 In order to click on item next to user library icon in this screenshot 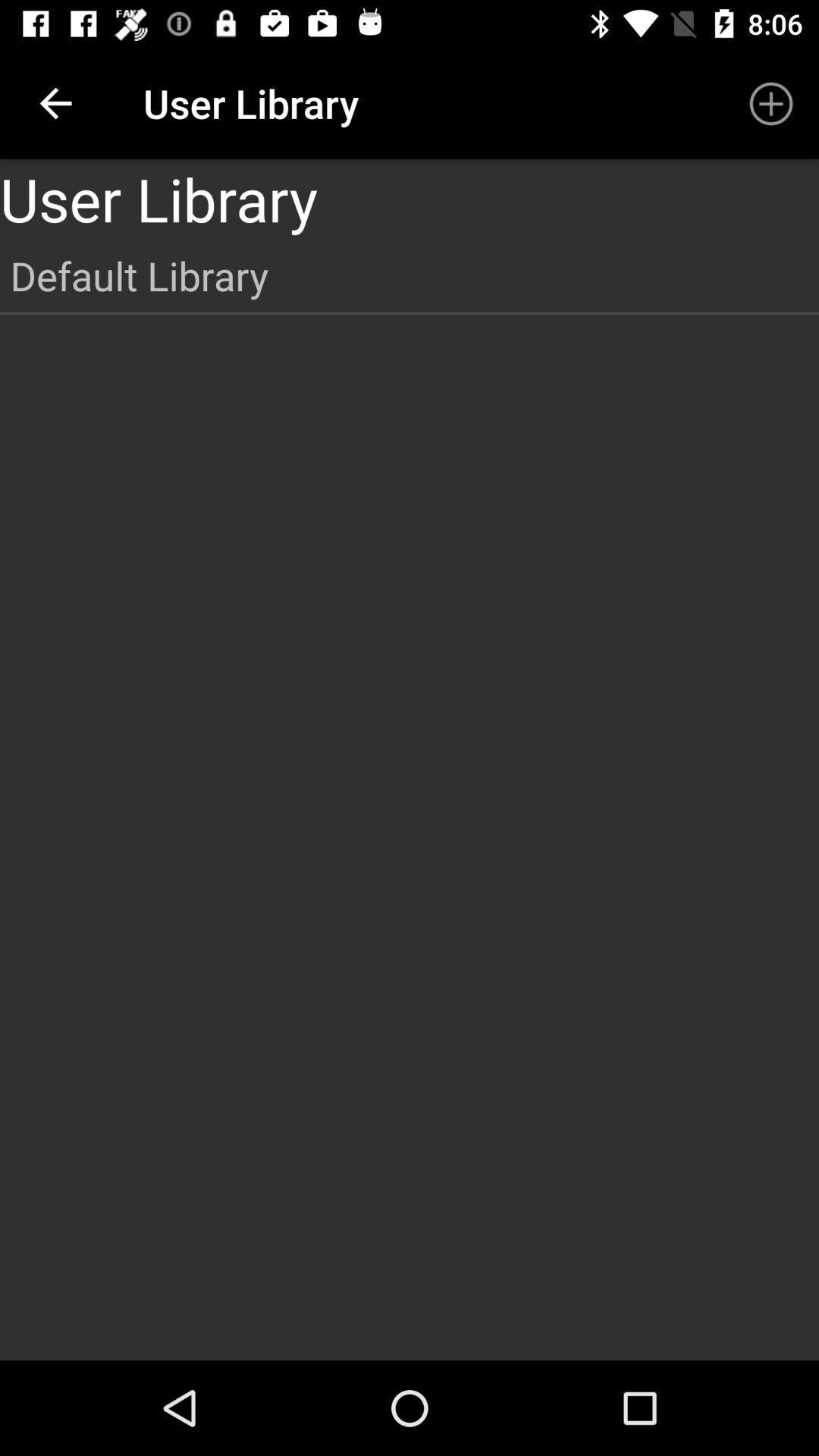, I will do `click(55, 102)`.